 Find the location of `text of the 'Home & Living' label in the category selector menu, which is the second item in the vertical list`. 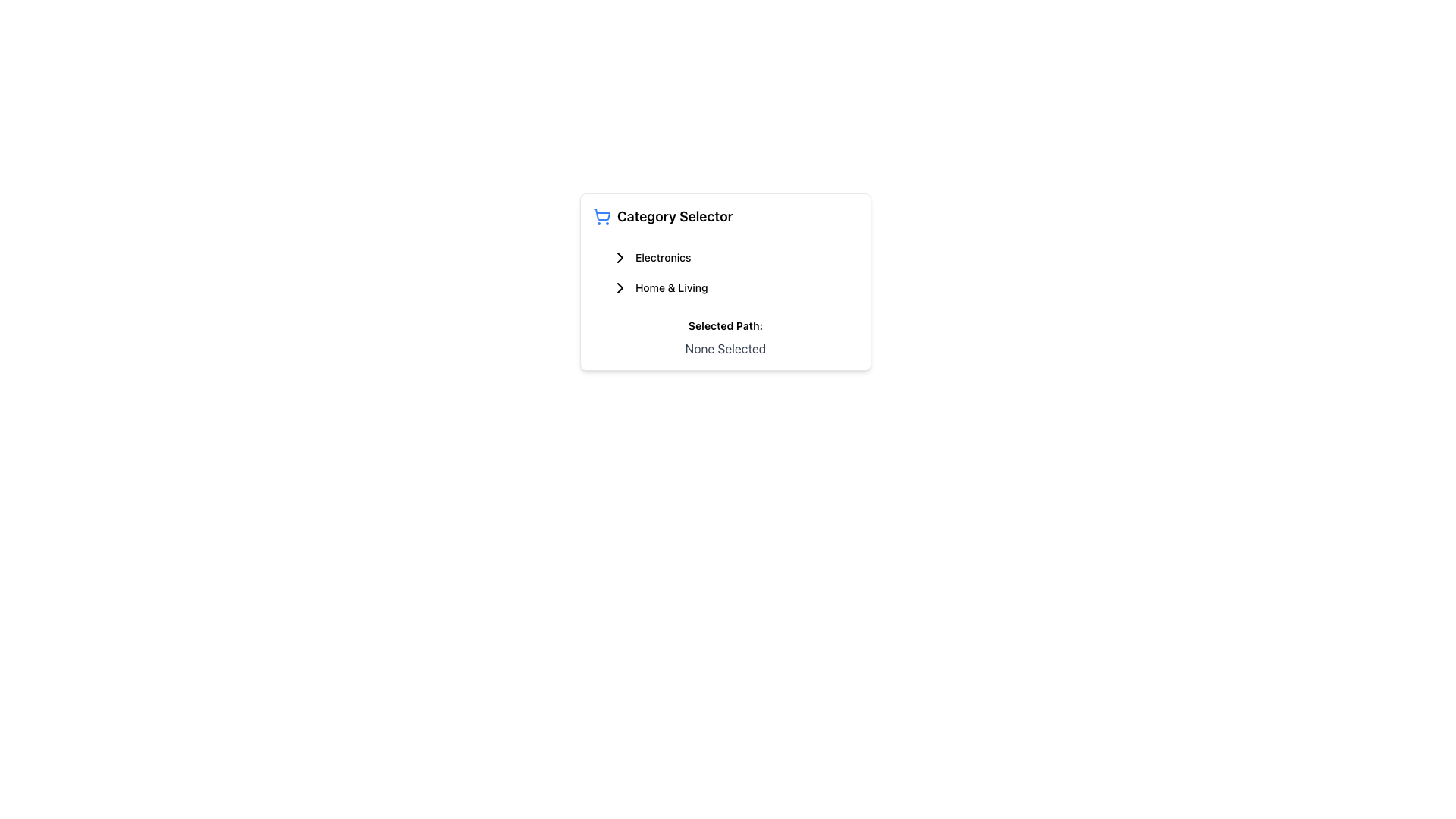

text of the 'Home & Living' label in the category selector menu, which is the second item in the vertical list is located at coordinates (670, 288).